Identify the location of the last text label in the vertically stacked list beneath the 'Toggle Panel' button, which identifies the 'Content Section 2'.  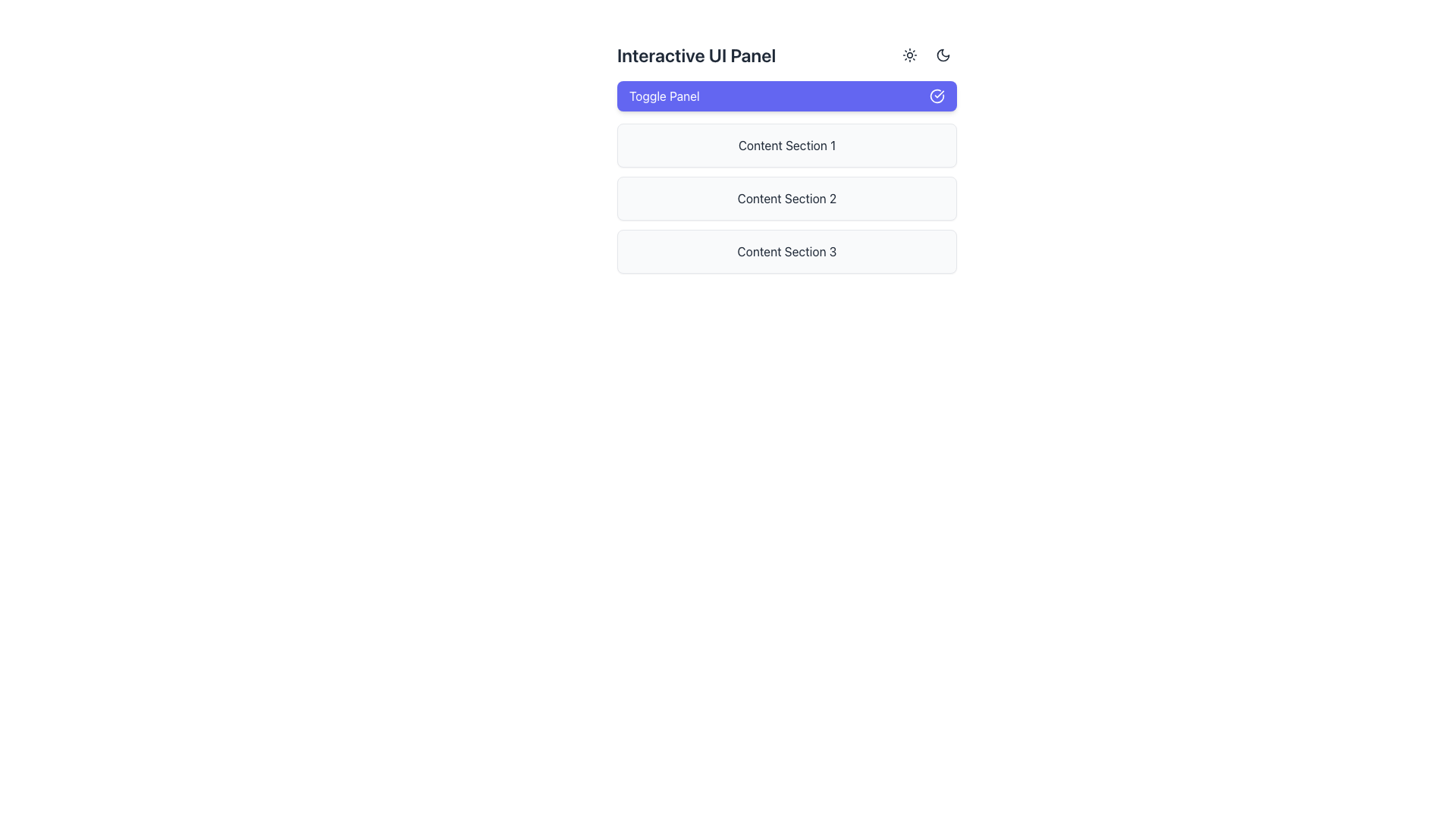
(786, 250).